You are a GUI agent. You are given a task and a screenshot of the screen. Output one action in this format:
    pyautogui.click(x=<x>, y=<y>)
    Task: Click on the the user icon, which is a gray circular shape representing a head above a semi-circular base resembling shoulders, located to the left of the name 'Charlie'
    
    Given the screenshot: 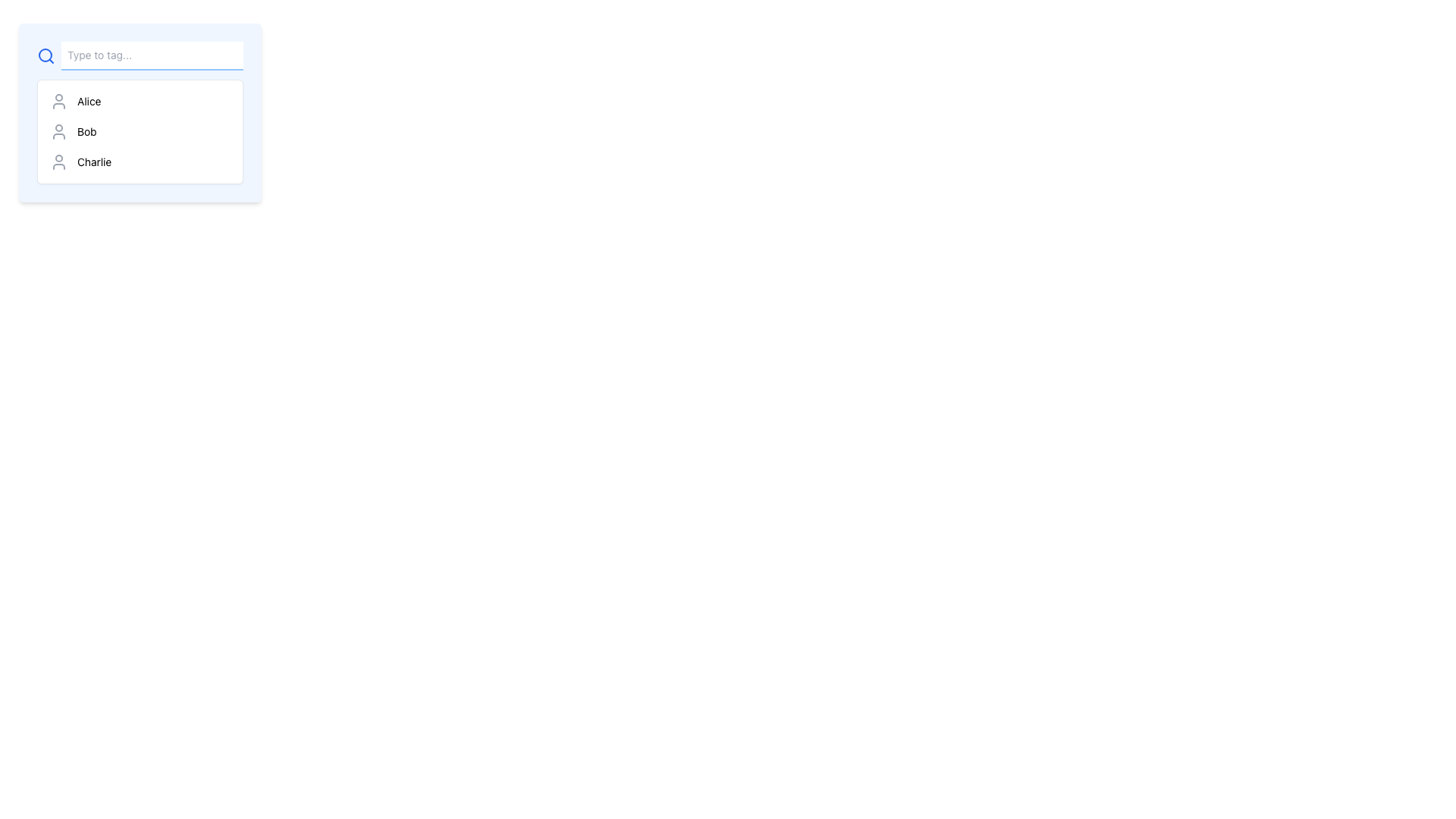 What is the action you would take?
    pyautogui.click(x=58, y=162)
    